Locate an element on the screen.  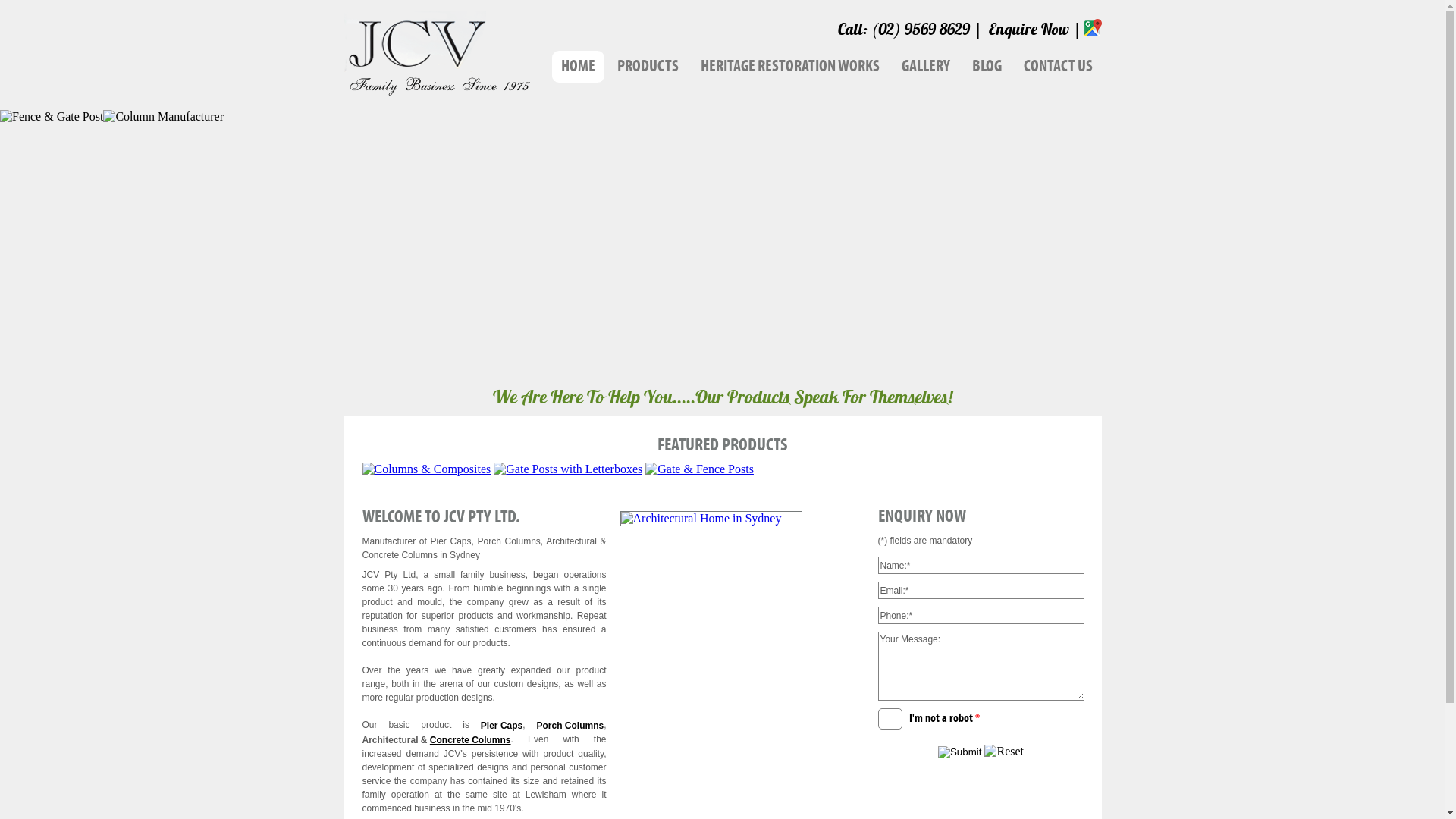
'I'm not a robot *' is located at coordinates (877, 718).